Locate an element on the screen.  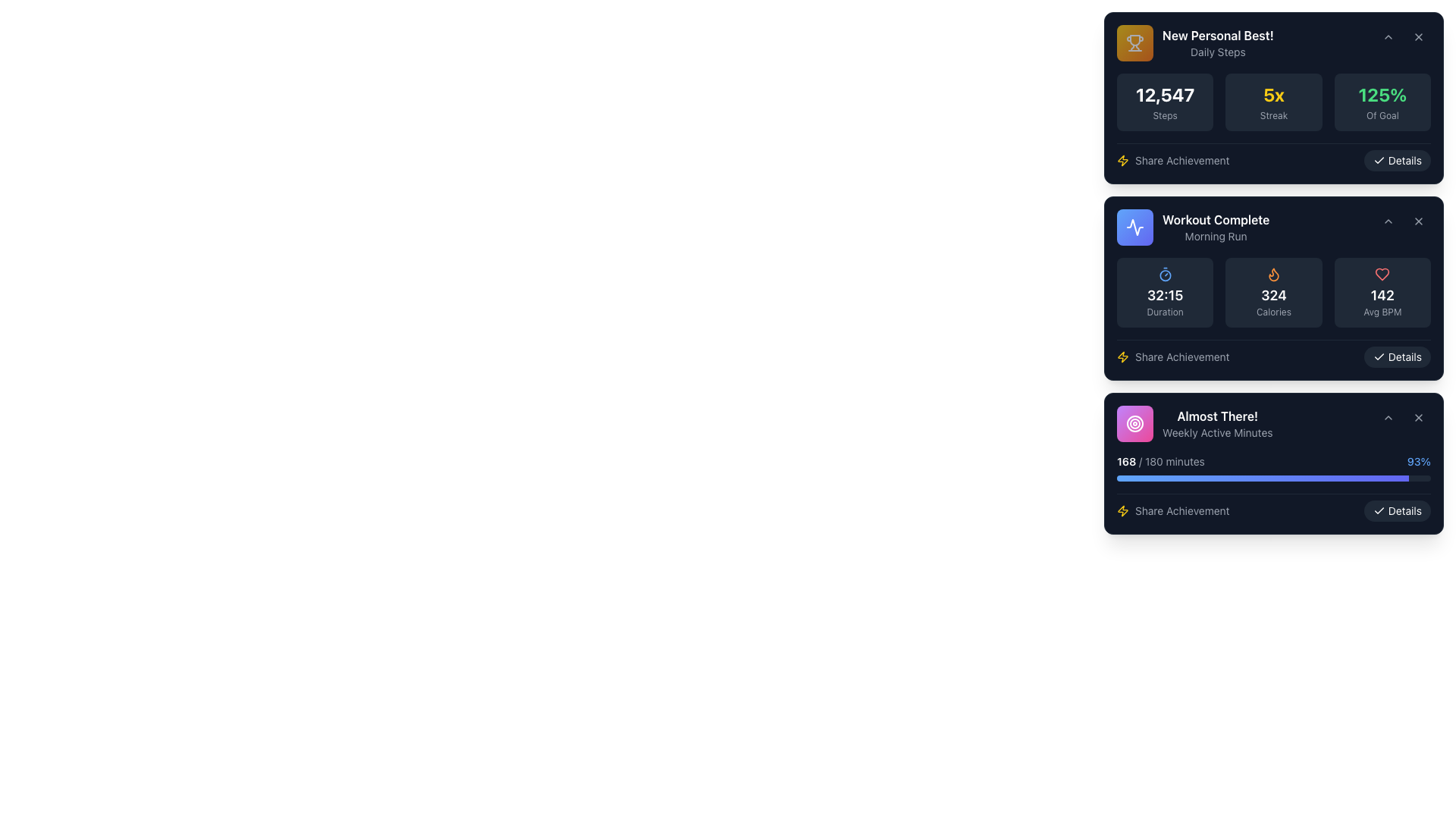
the 'Details' button with a dark background and rounded corners located in the lower-right corner of the second card is located at coordinates (1396, 356).